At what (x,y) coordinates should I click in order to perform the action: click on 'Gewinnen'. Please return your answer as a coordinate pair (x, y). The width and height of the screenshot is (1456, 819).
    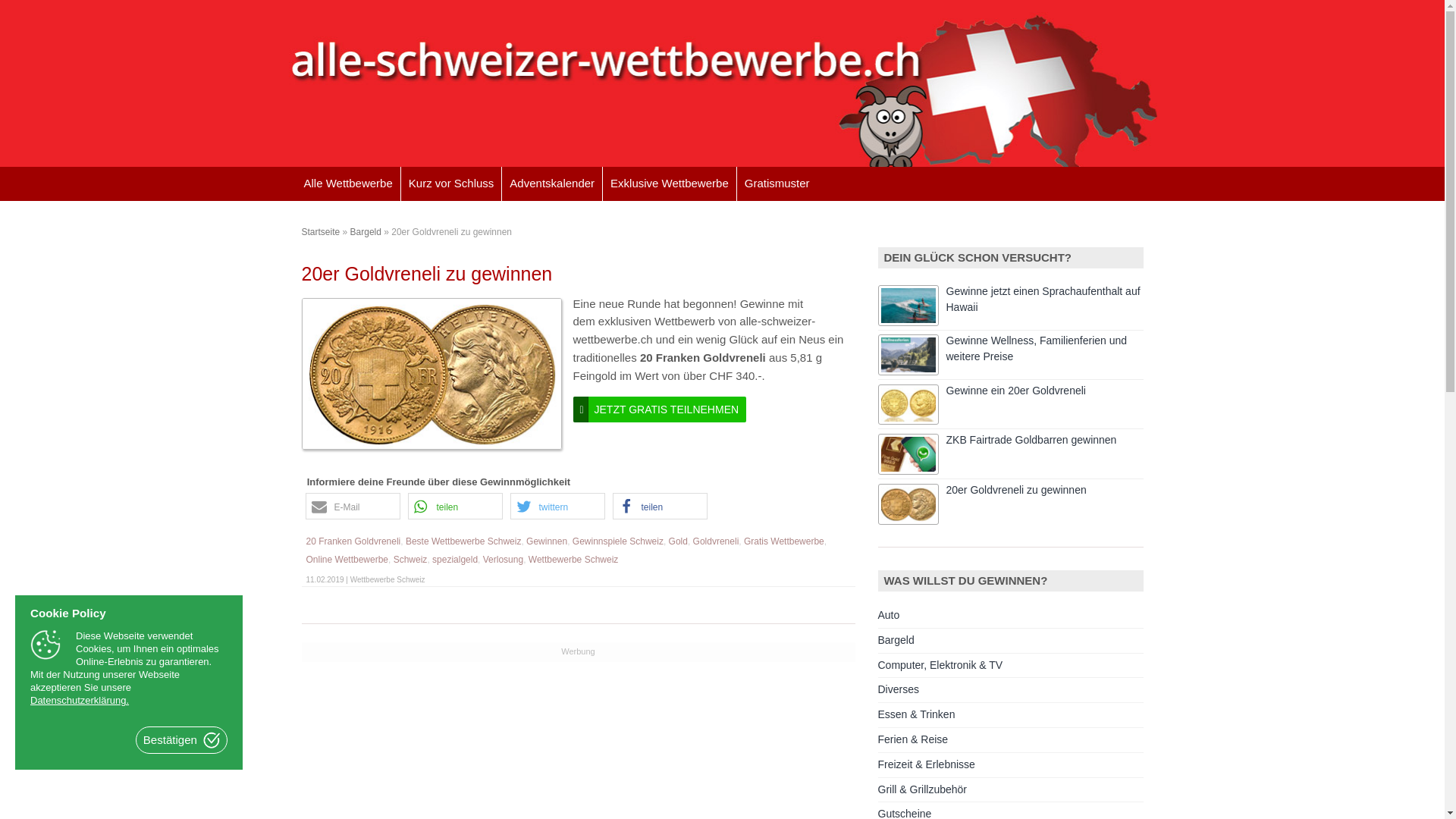
    Looking at the image, I should click on (526, 540).